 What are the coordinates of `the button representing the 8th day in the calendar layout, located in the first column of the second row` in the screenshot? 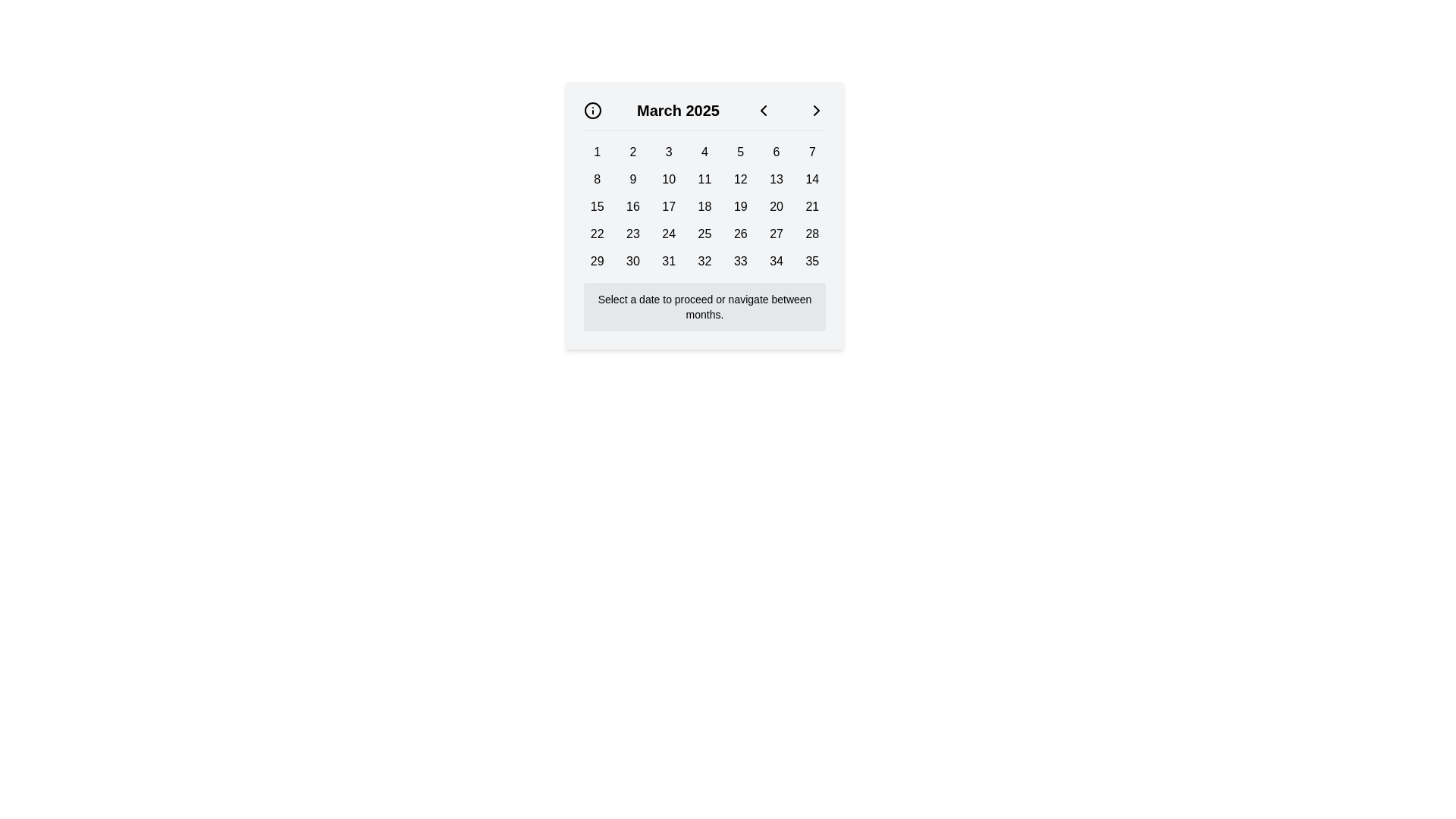 It's located at (596, 178).